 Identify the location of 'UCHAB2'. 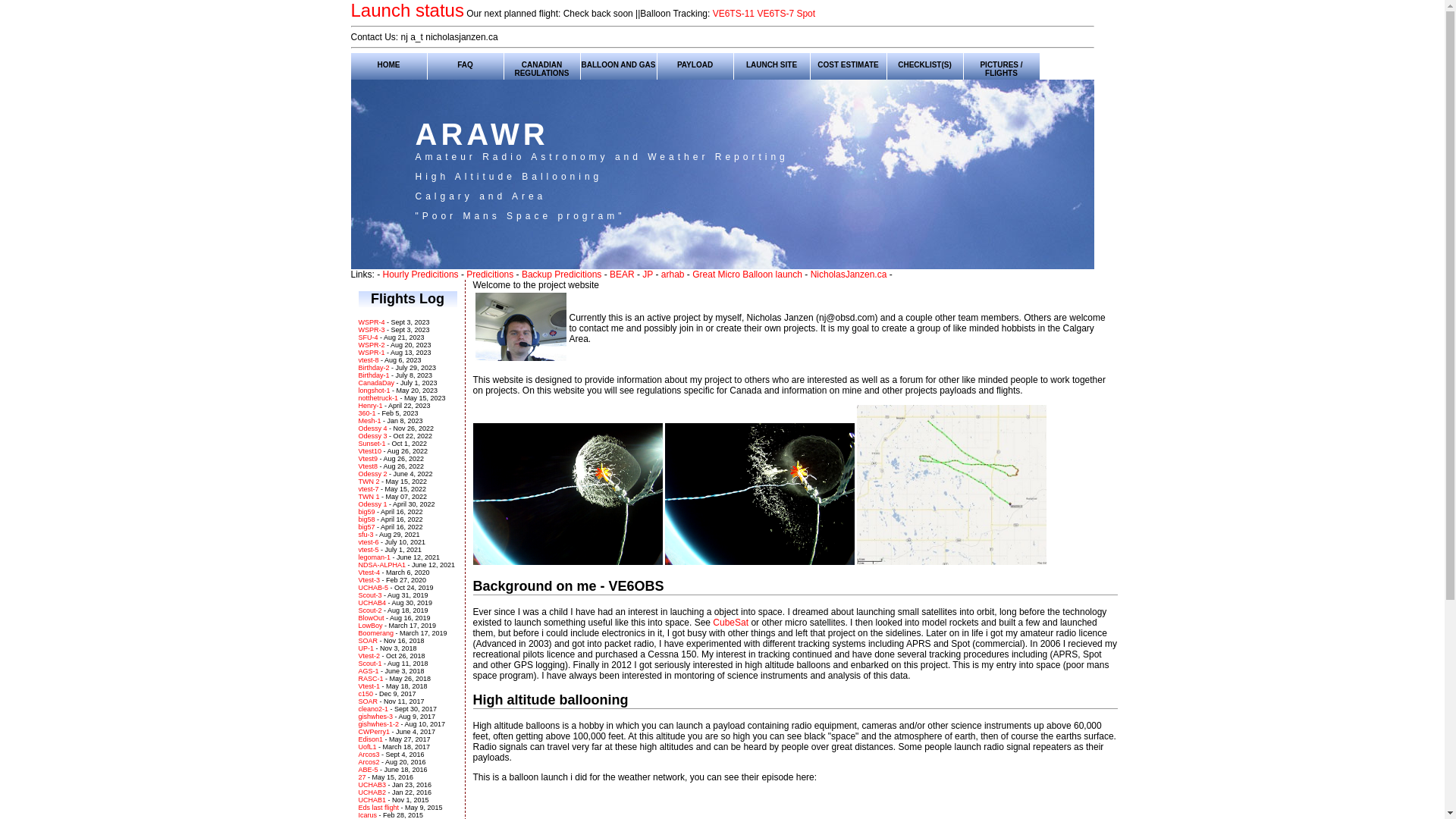
(372, 792).